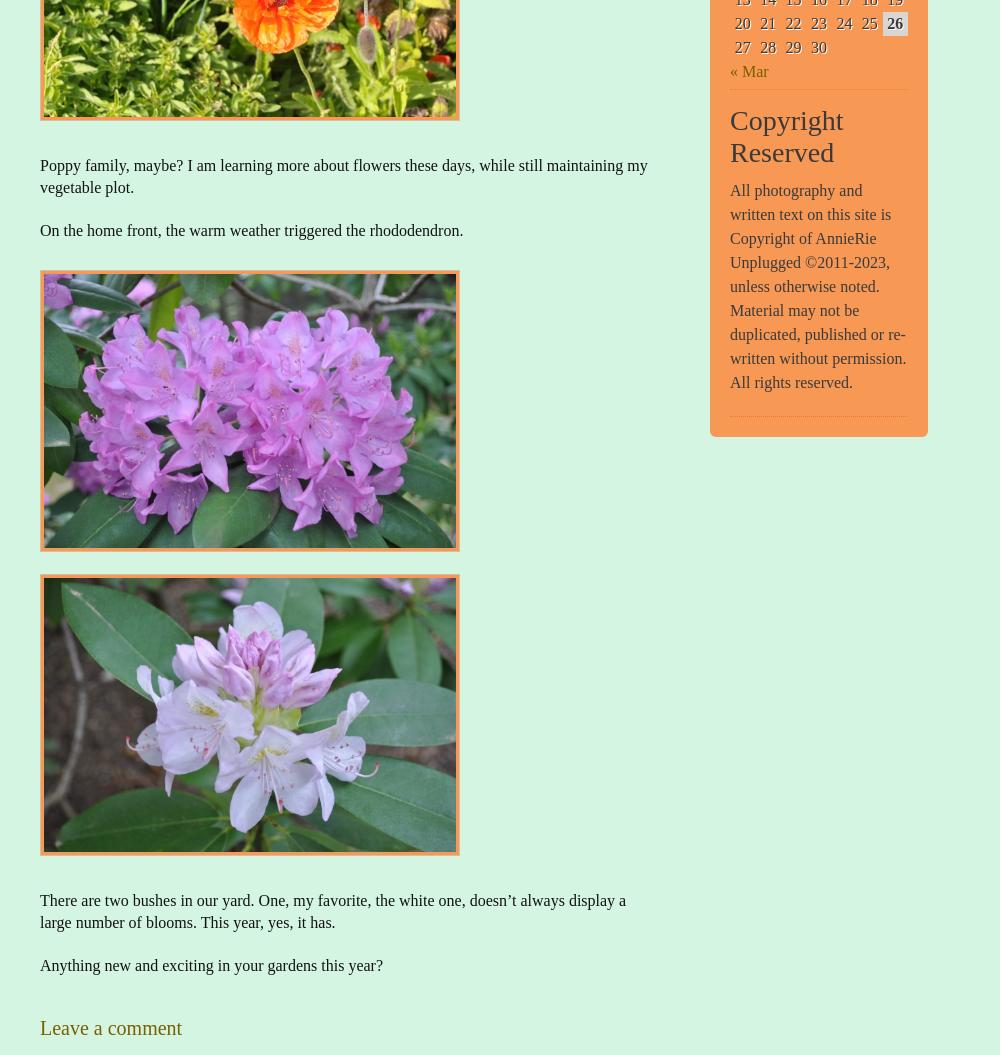  What do you see at coordinates (793, 22) in the screenshot?
I see `'22'` at bounding box center [793, 22].